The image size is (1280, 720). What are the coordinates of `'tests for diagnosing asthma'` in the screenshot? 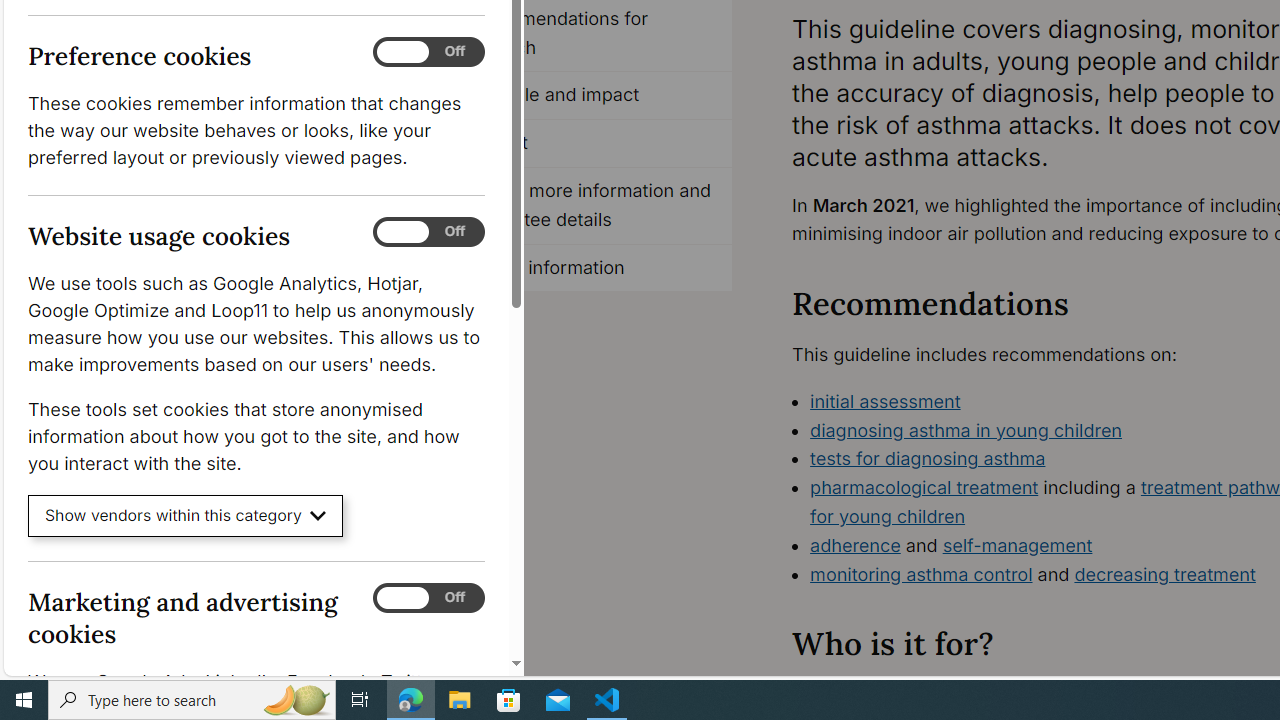 It's located at (927, 458).